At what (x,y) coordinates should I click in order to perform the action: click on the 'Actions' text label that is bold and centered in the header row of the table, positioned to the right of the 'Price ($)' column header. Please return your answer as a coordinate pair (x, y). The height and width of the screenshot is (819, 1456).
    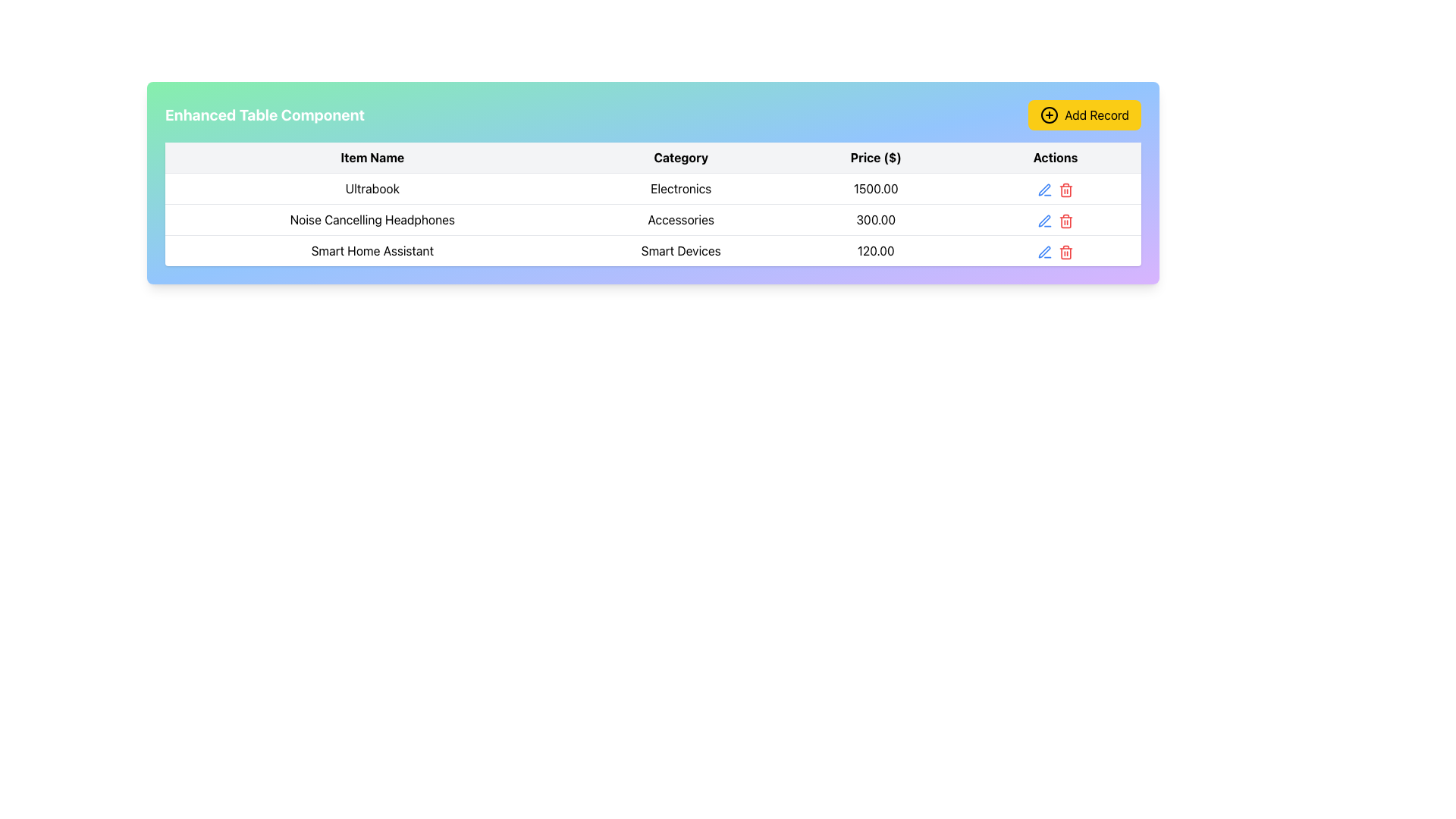
    Looking at the image, I should click on (1055, 158).